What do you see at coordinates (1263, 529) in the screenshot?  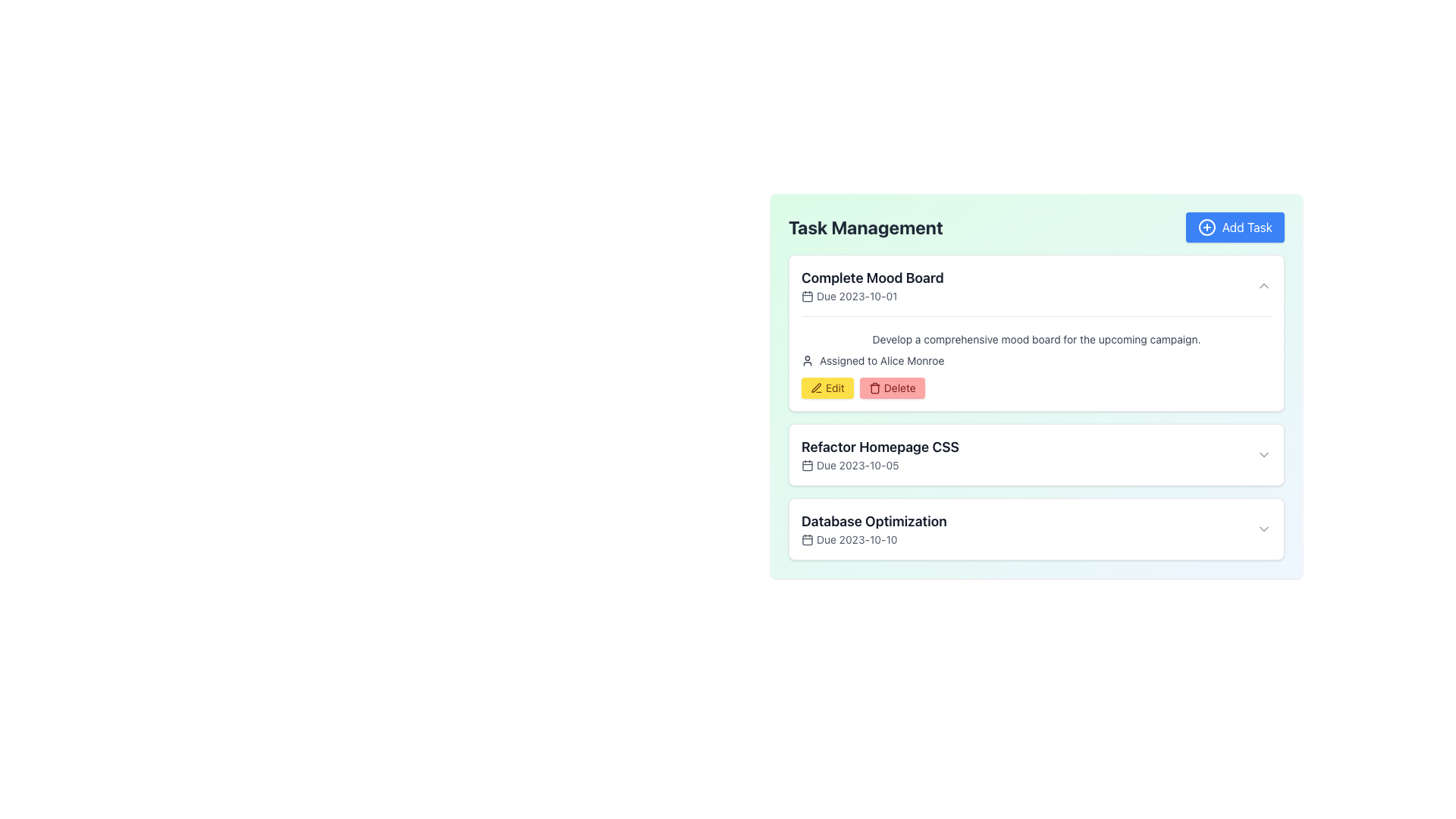 I see `the Dropdown toggle icon, which is a downward-pointing chevron arrow located to the right of the 'Database Optimization' task` at bounding box center [1263, 529].